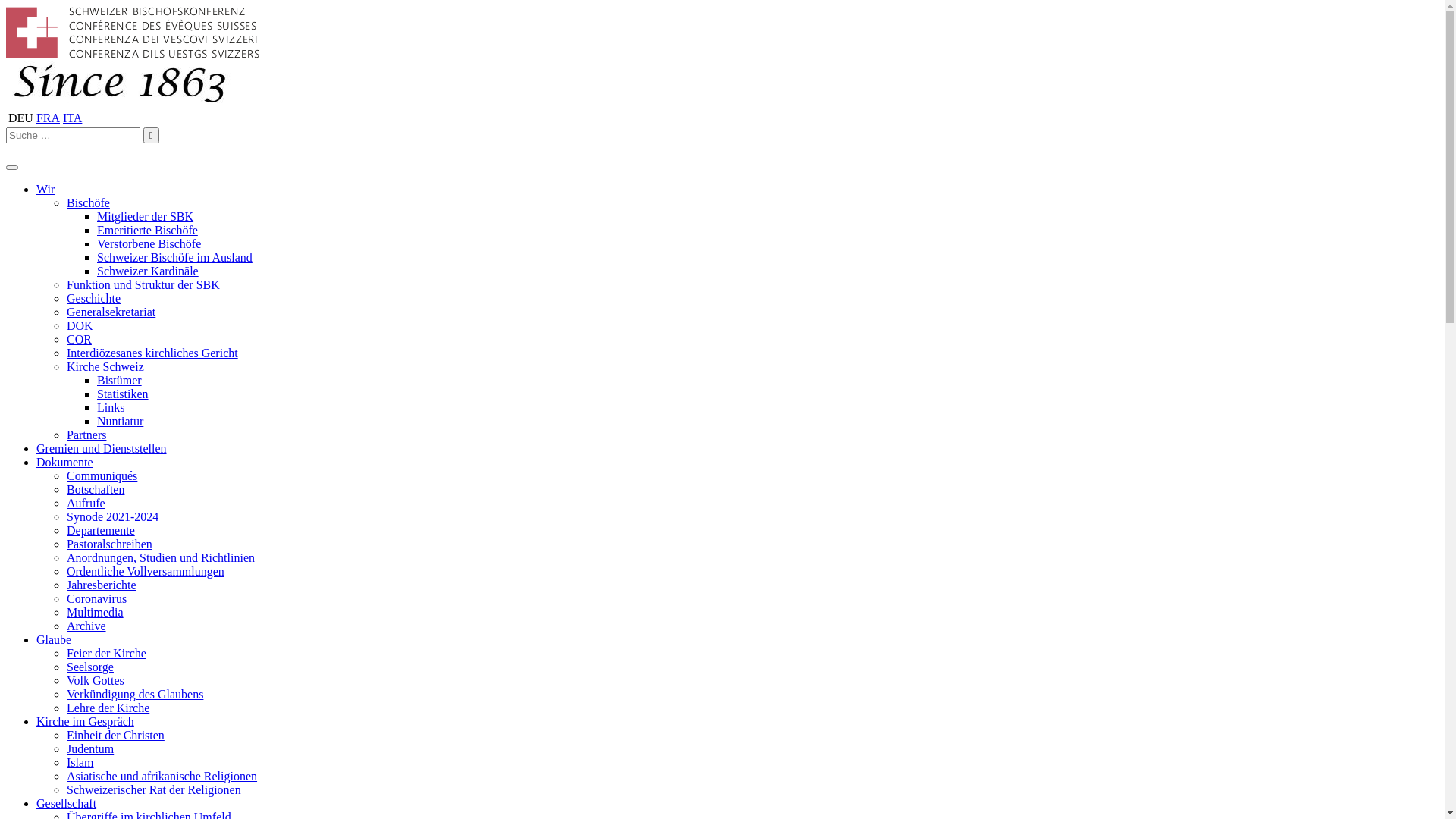 This screenshot has width=1456, height=819. I want to click on 'Wir', so click(45, 188).